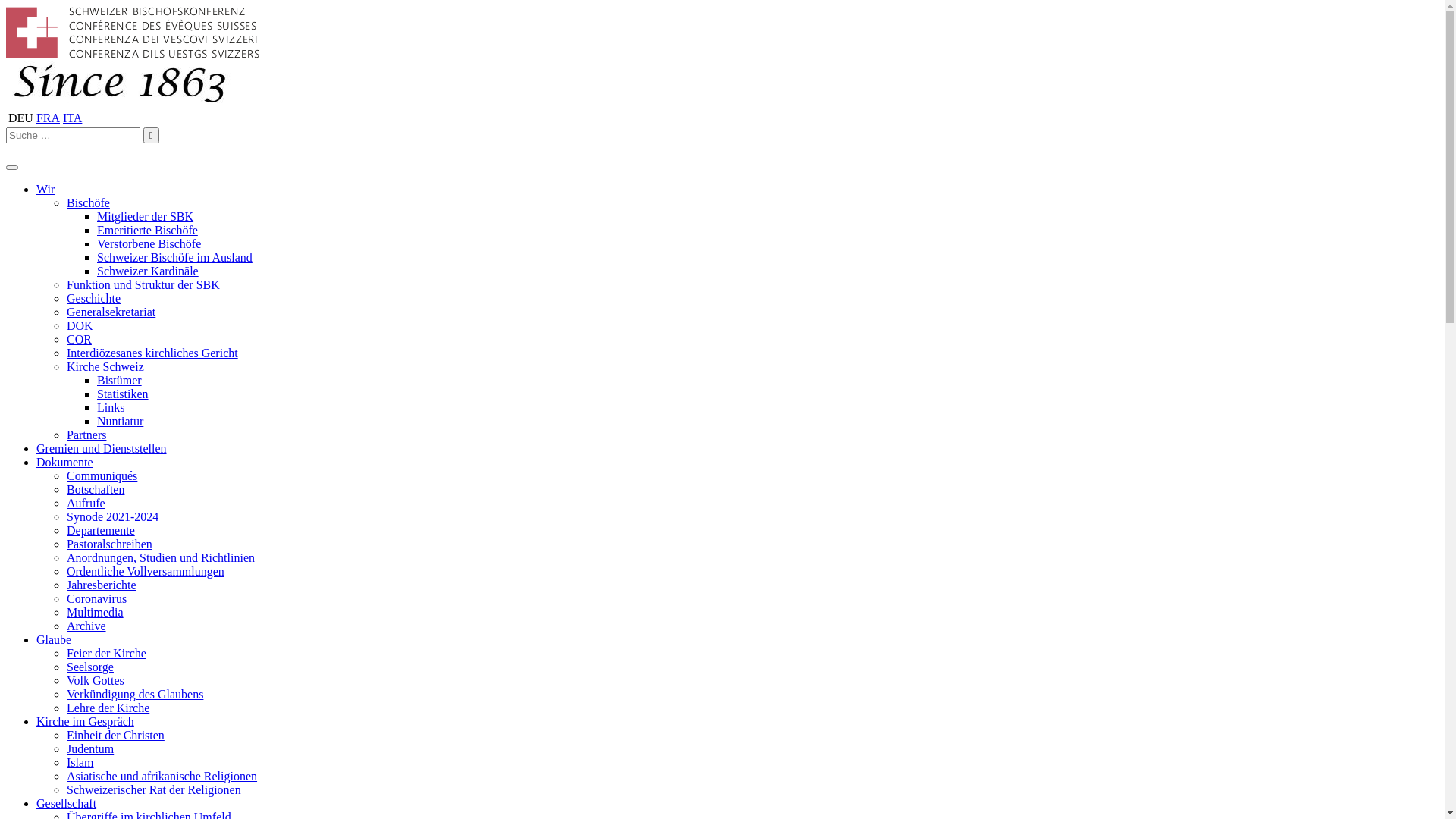 This screenshot has width=1456, height=819. I want to click on 'Wir', so click(45, 188).